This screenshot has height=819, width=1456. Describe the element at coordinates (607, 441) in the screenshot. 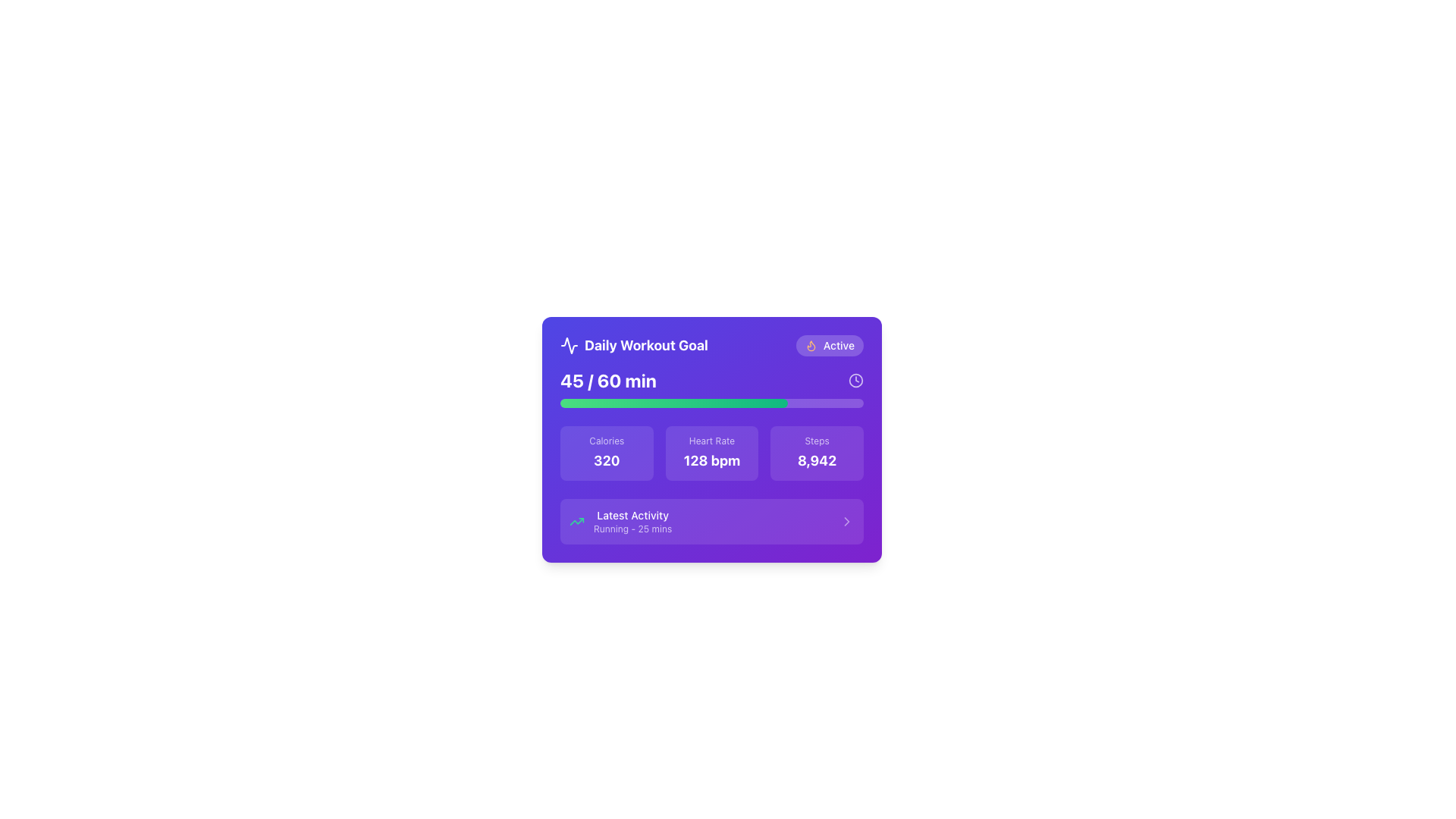

I see `the static text label displaying 'Calories' to trigger a tooltip or visual indicator` at that location.